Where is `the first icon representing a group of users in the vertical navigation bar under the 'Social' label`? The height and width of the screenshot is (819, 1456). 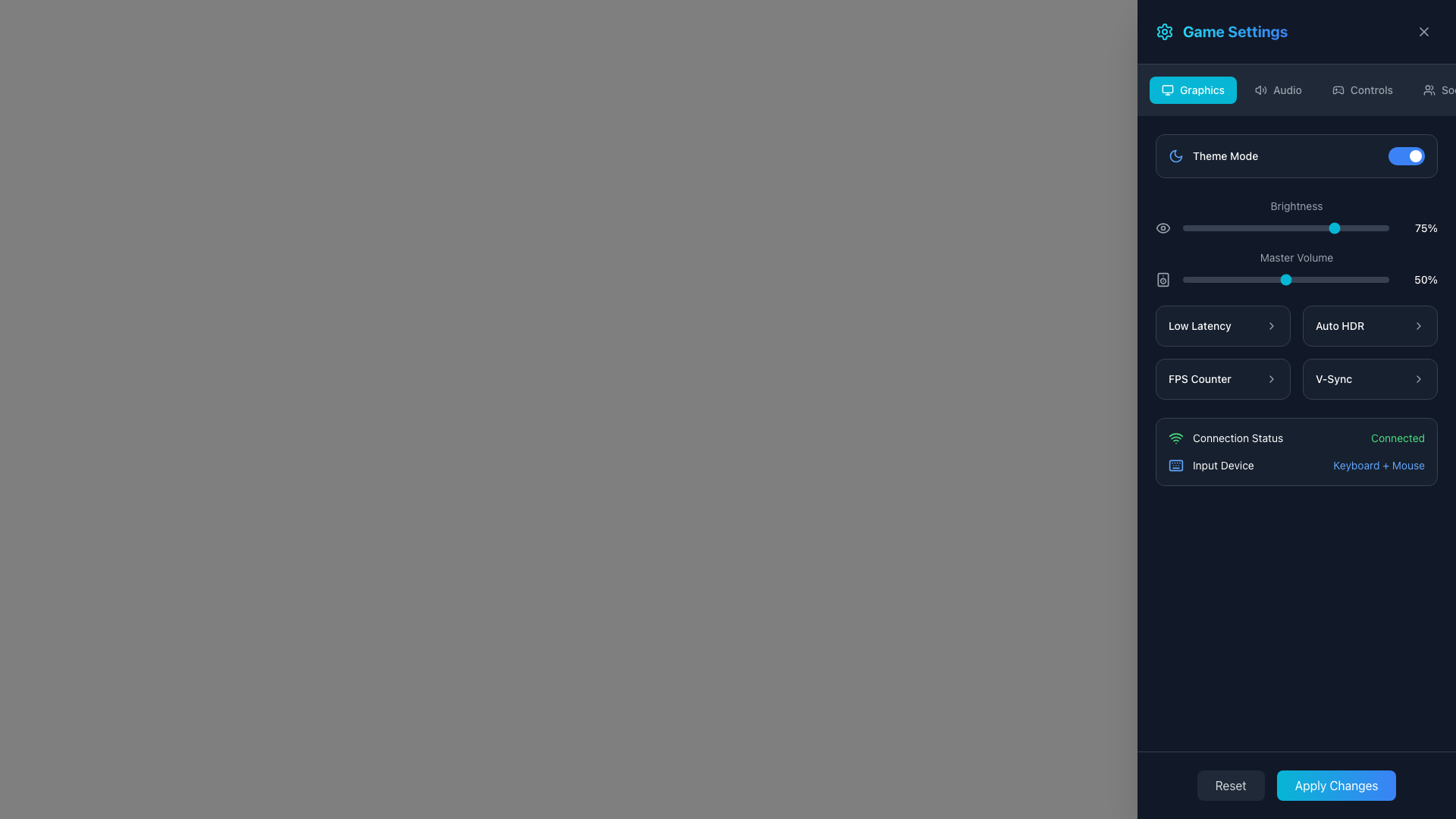
the first icon representing a group of users in the vertical navigation bar under the 'Social' label is located at coordinates (1428, 90).